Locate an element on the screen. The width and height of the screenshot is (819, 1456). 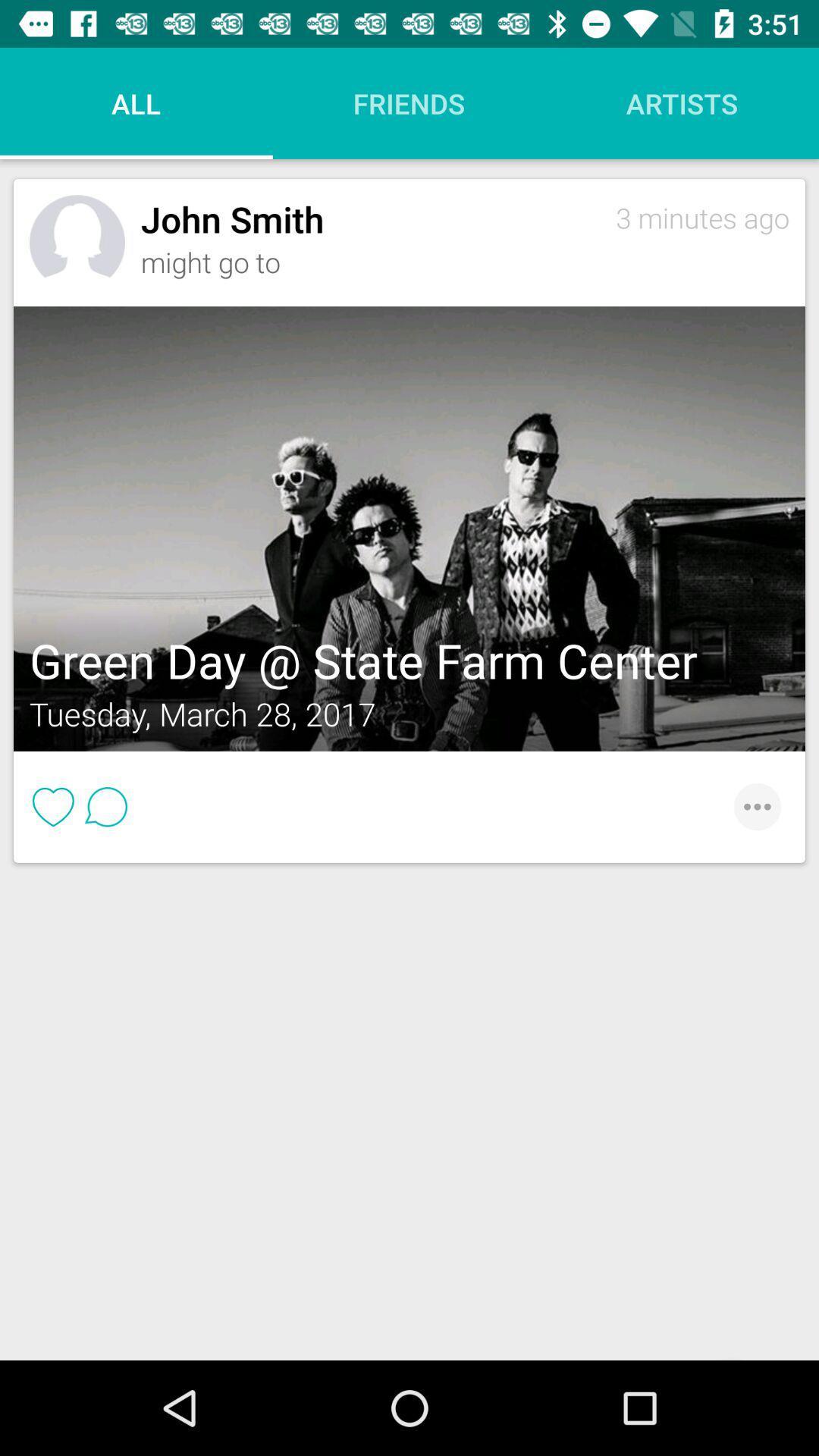
image on page is located at coordinates (409, 529).